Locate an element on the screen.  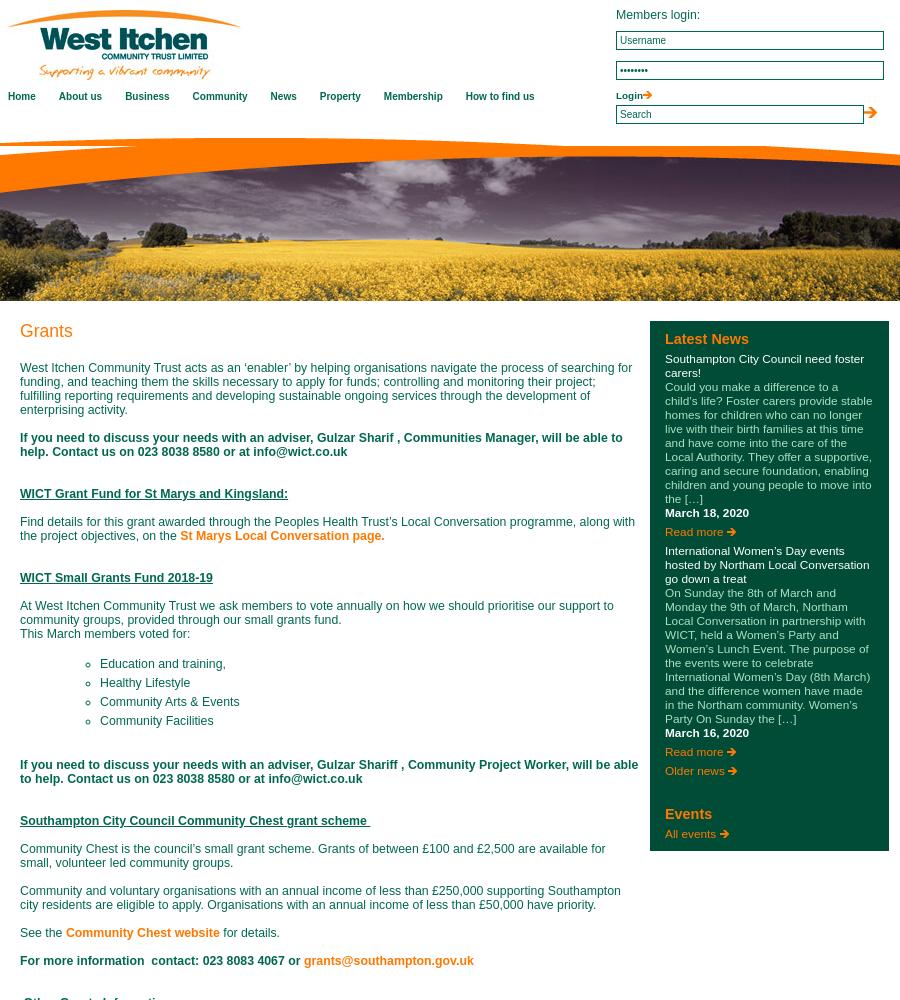
'Education and training,' is located at coordinates (162, 664).